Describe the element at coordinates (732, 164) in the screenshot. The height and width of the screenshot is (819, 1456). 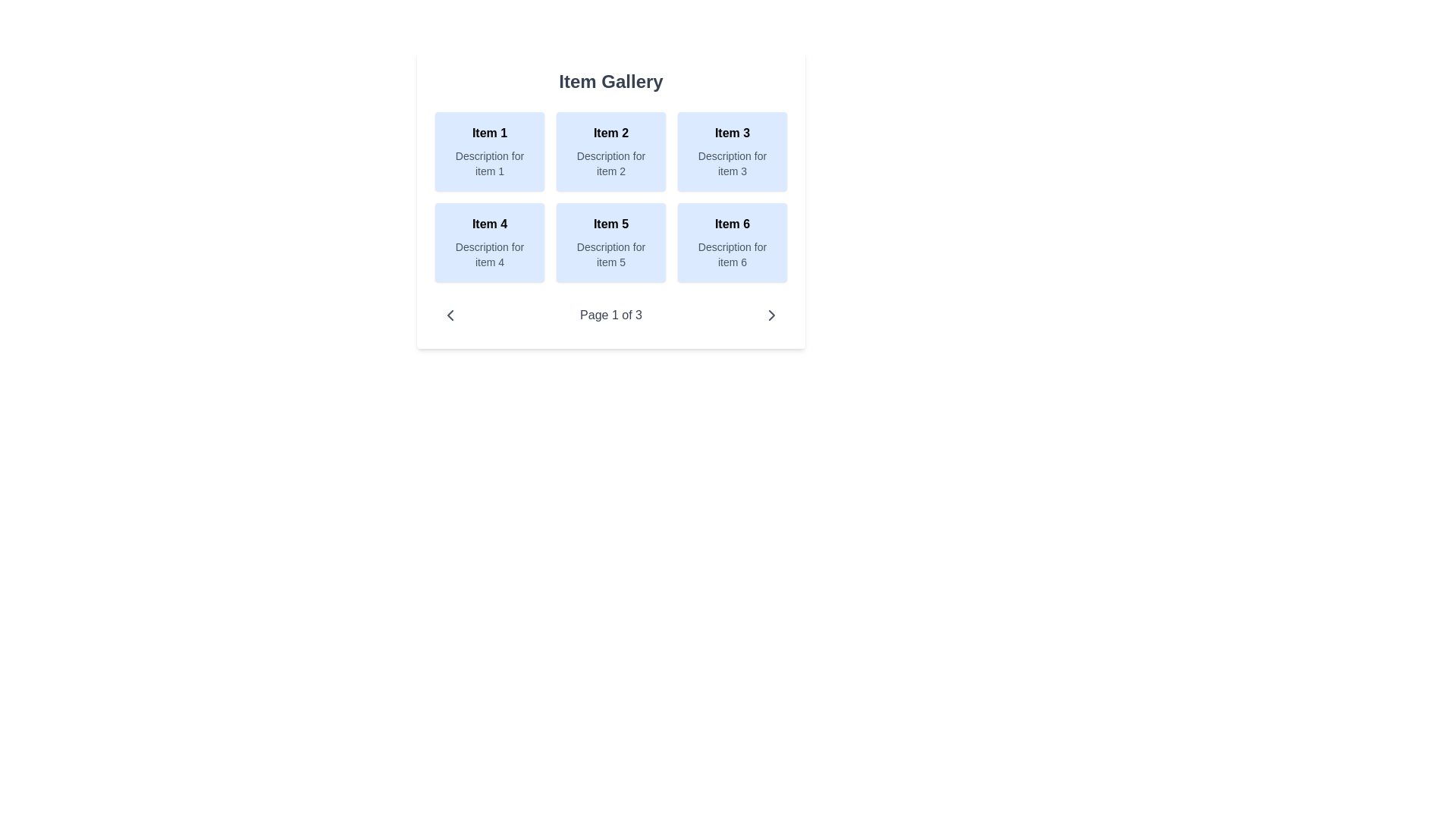
I see `the text field that contains the description 'Description for item 3', which is located below the header 'Item 3' in the third item of a grid layout` at that location.